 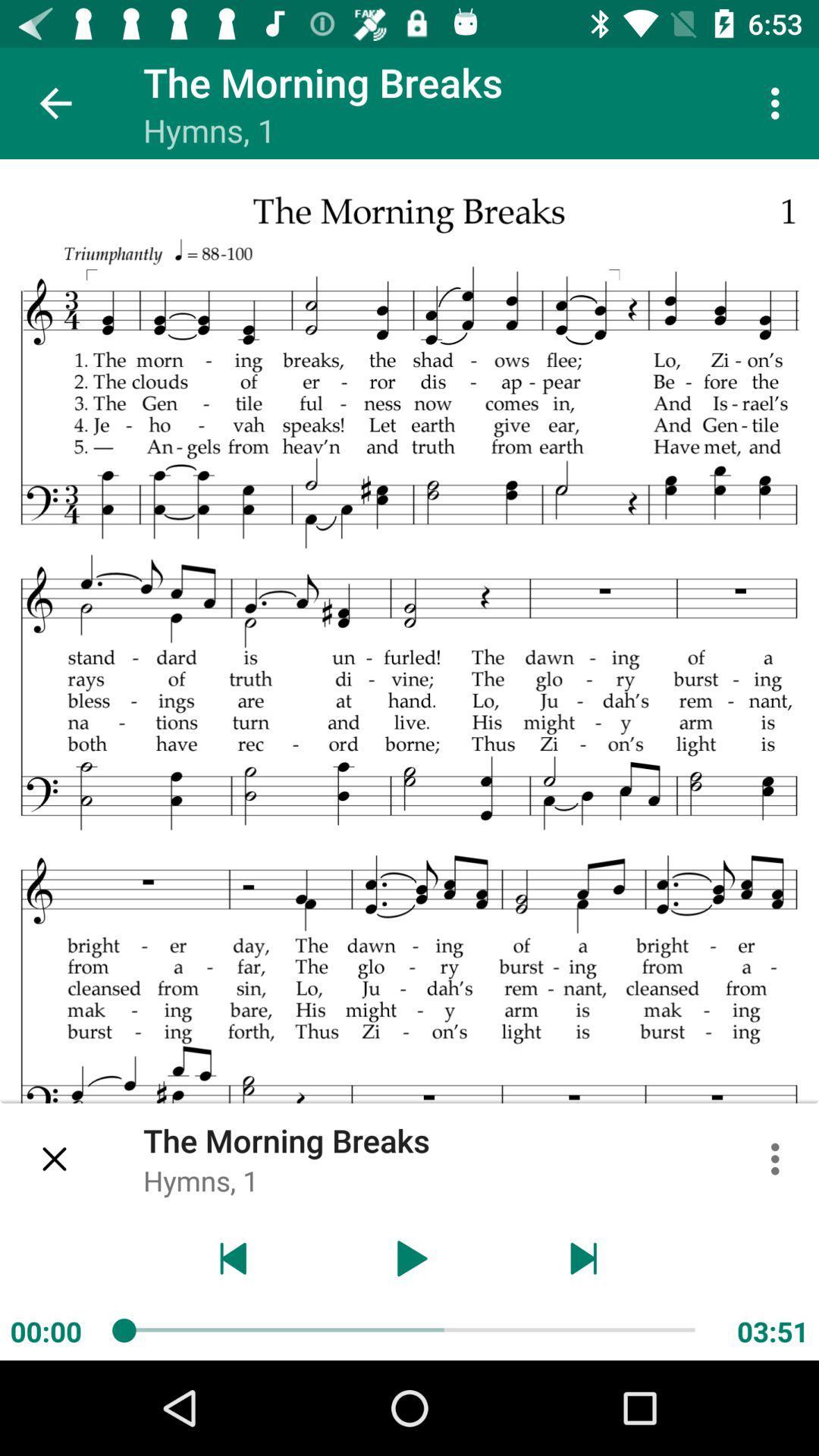 I want to click on button, so click(x=409, y=1258).